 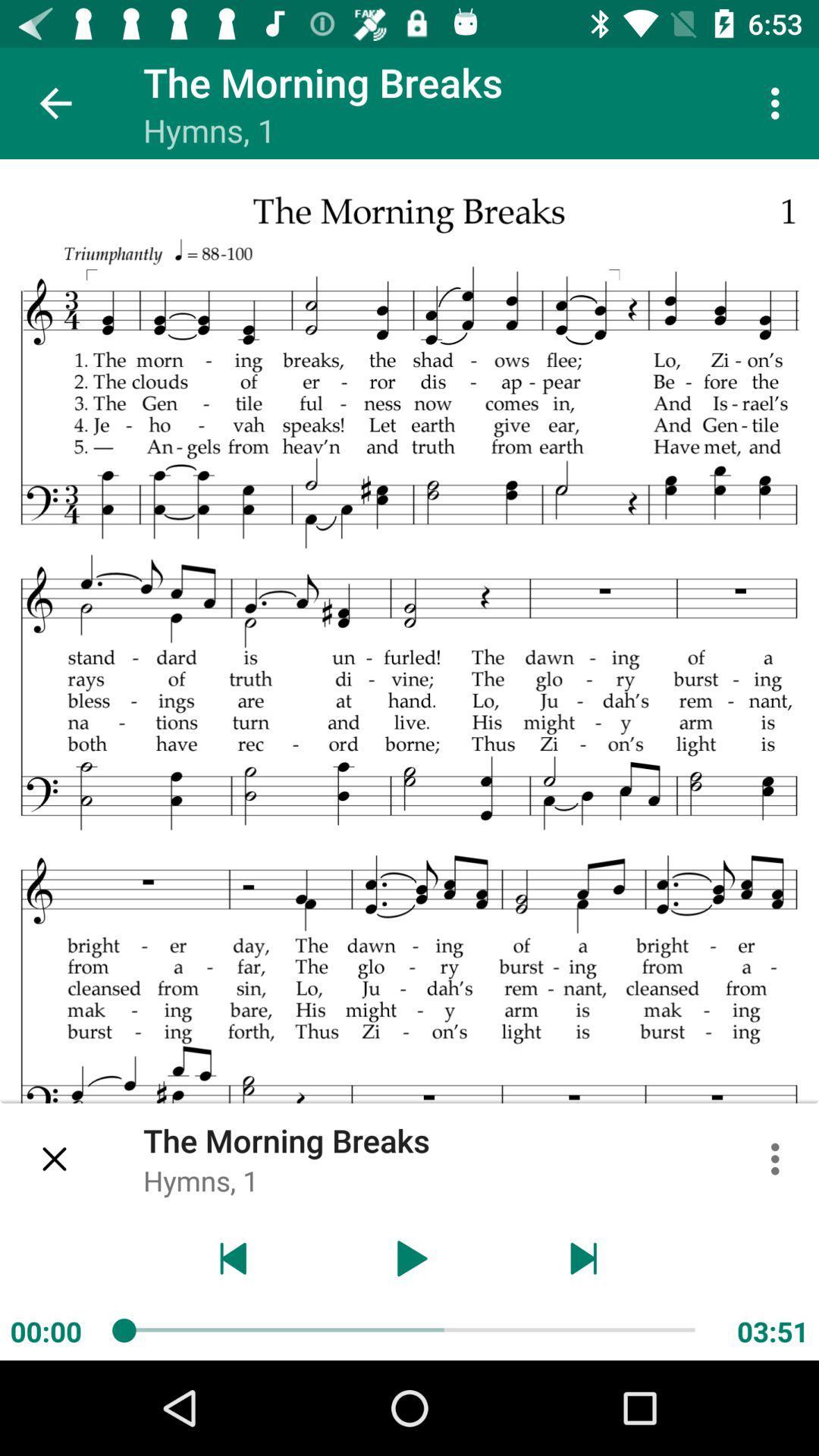 I want to click on button, so click(x=409, y=1258).